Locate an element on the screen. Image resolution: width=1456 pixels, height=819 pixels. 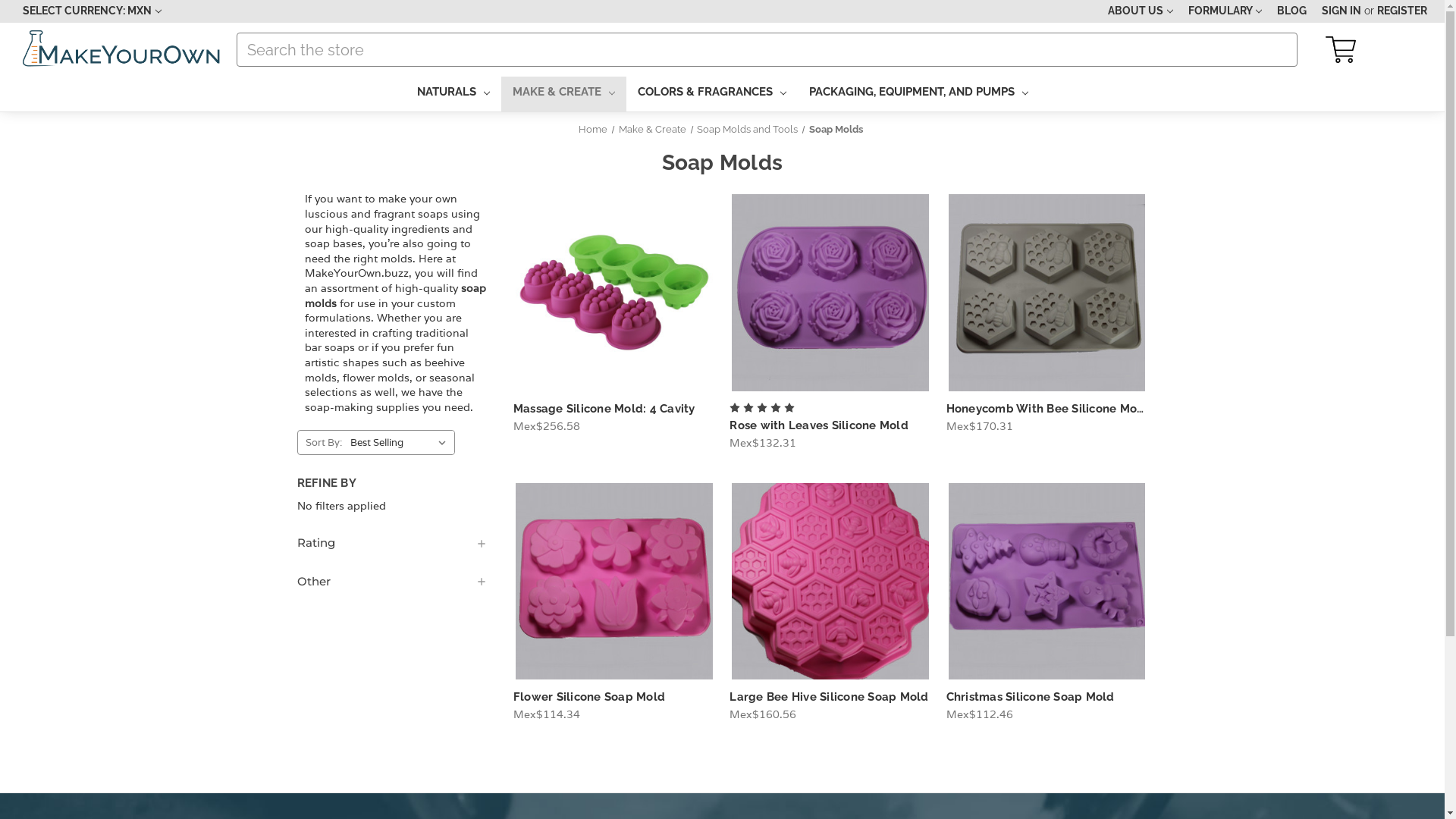
'Silicone Rose Mold exterior' is located at coordinates (829, 292).